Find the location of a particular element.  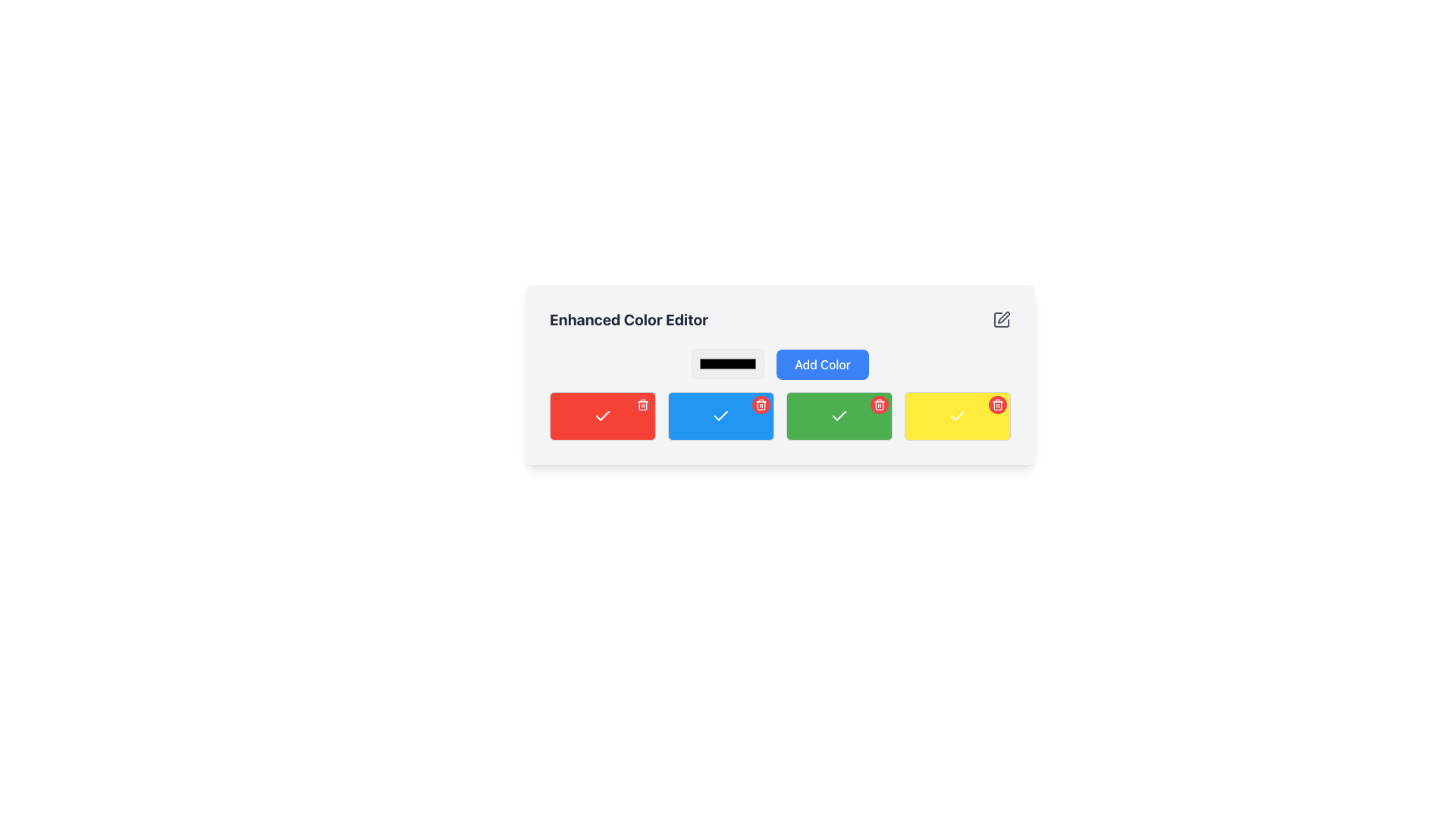

the white check mark icon centered within the yellow block in the fourth position from the left is located at coordinates (956, 416).